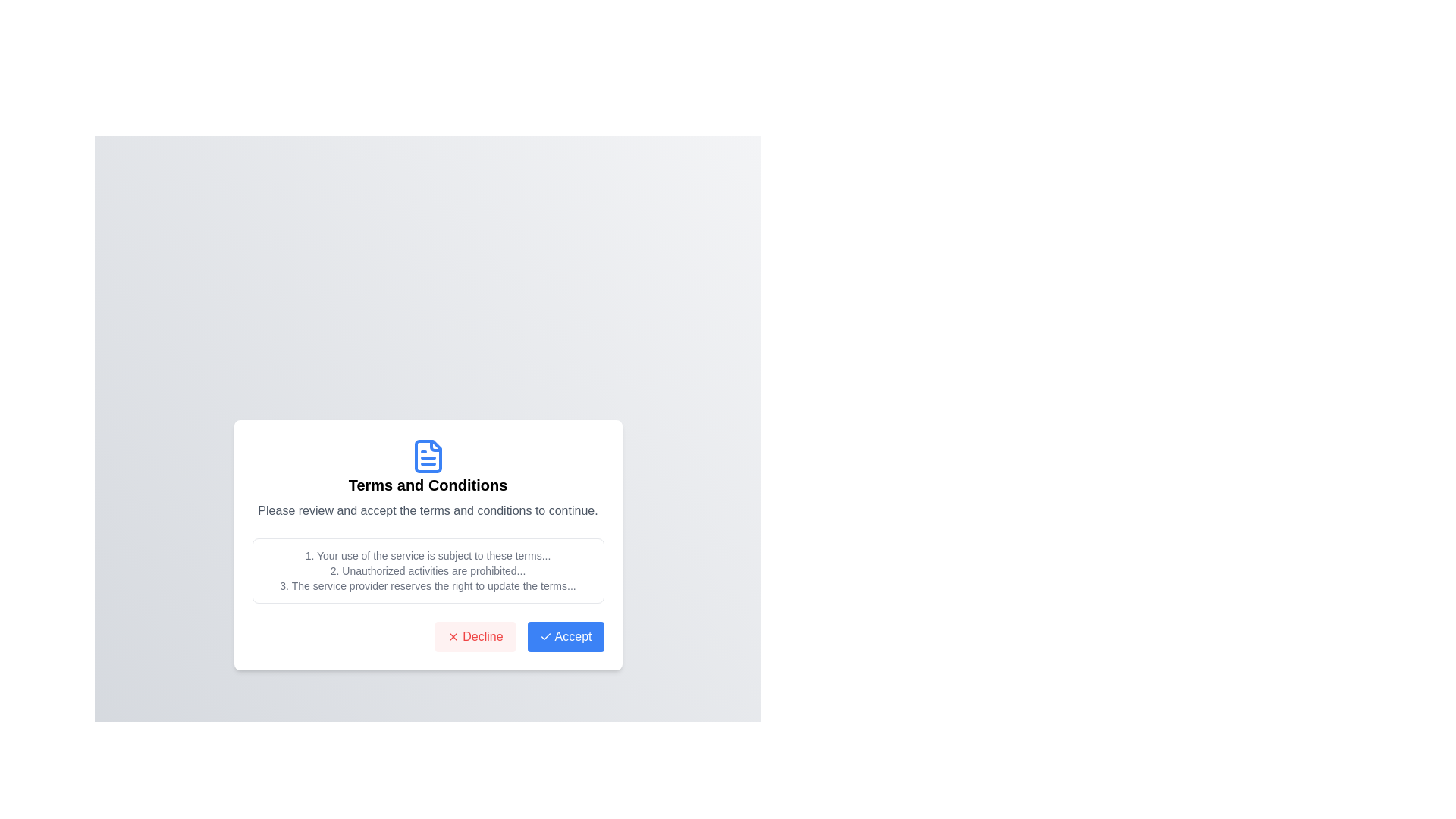 The image size is (1456, 819). Describe the element at coordinates (427, 585) in the screenshot. I see `the text entry that reads '3. The service provider reserves the right to update the terms...' in the Terms and Conditions modal dialog box` at that location.